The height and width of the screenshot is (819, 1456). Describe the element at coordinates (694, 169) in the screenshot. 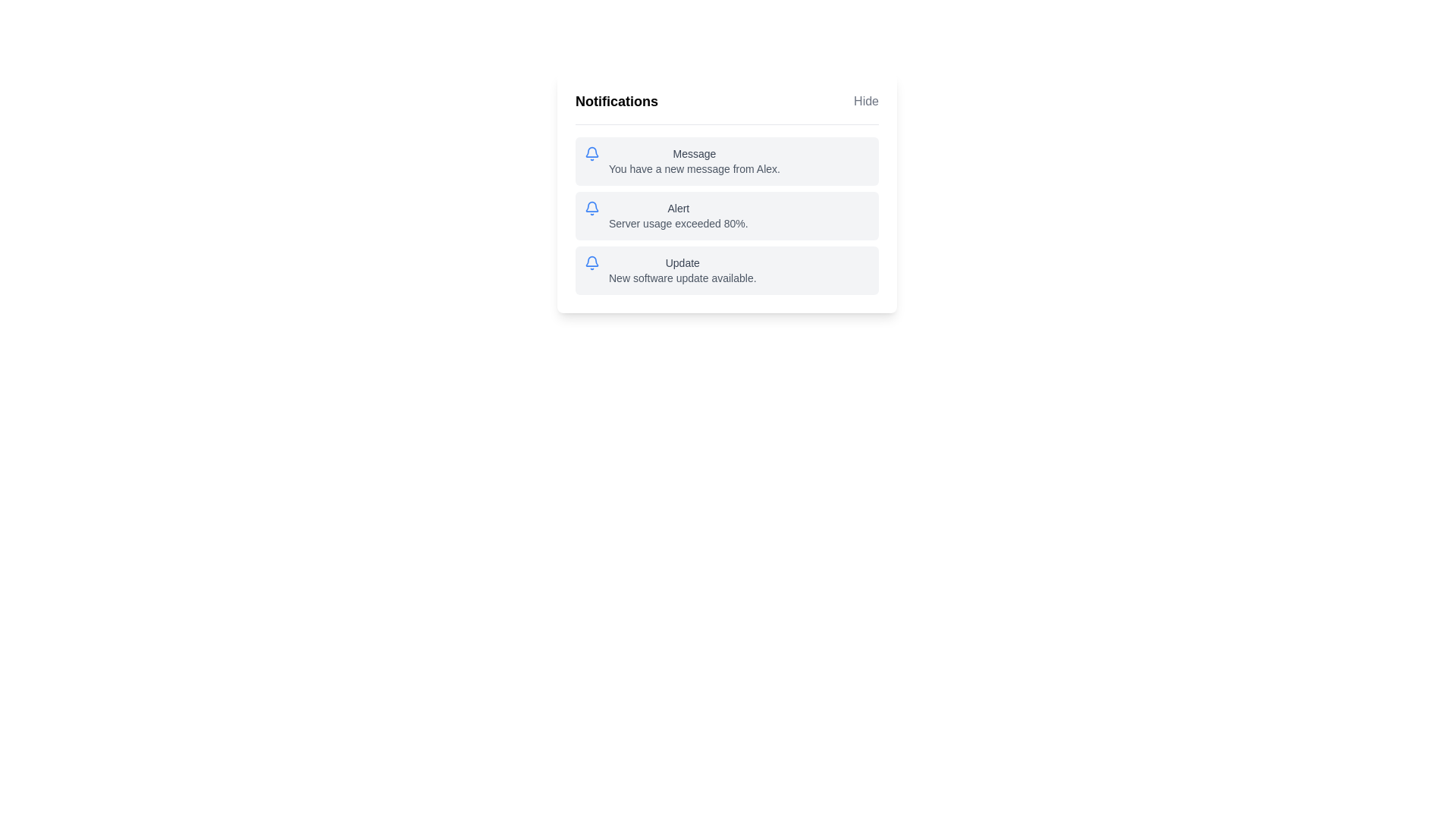

I see `the text element that displays additional details about the notification regarding a new message from Alex, located beneath the title 'Message' in the notification item` at that location.